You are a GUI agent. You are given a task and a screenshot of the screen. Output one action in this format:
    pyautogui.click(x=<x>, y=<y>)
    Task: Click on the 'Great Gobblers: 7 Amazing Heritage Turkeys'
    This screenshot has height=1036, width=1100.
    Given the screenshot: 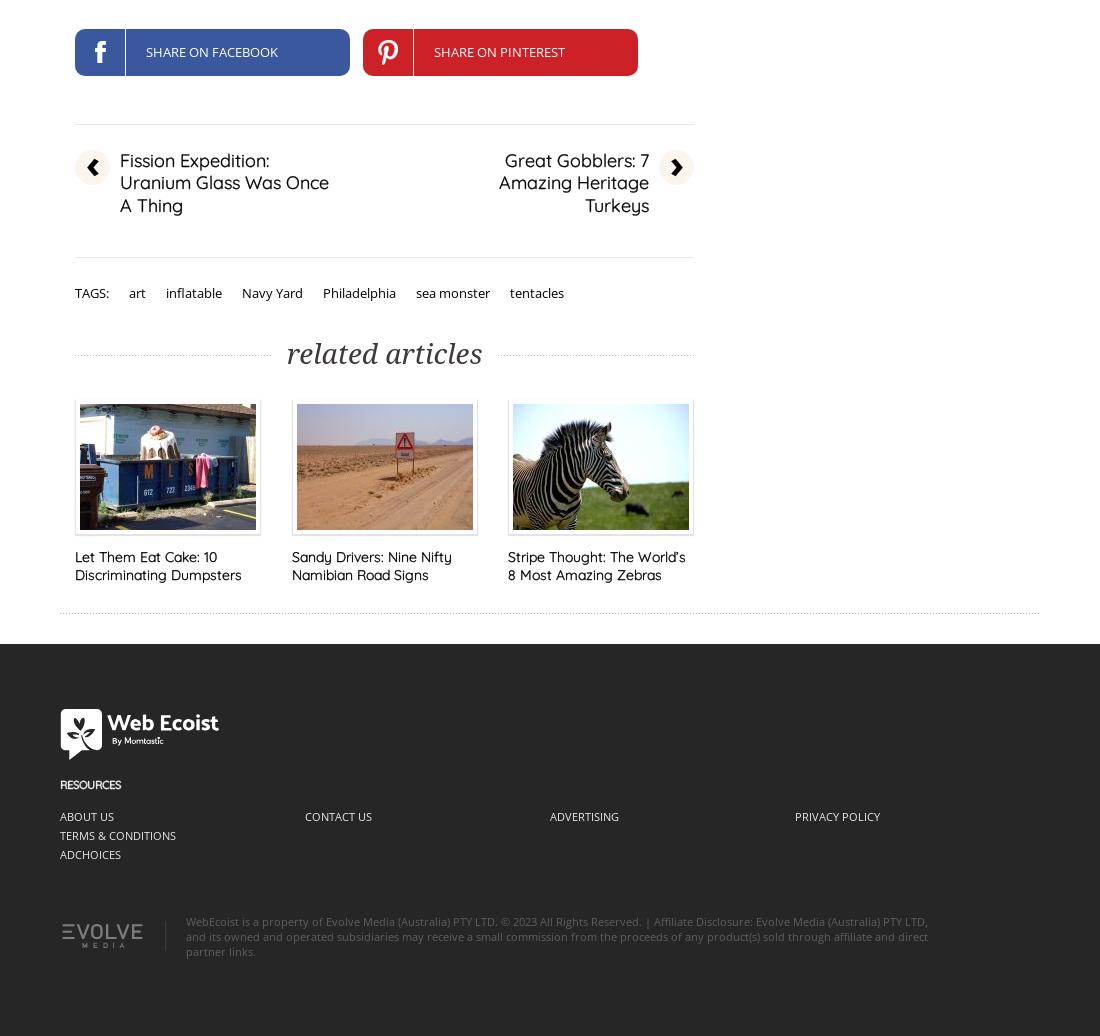 What is the action you would take?
    pyautogui.click(x=572, y=182)
    